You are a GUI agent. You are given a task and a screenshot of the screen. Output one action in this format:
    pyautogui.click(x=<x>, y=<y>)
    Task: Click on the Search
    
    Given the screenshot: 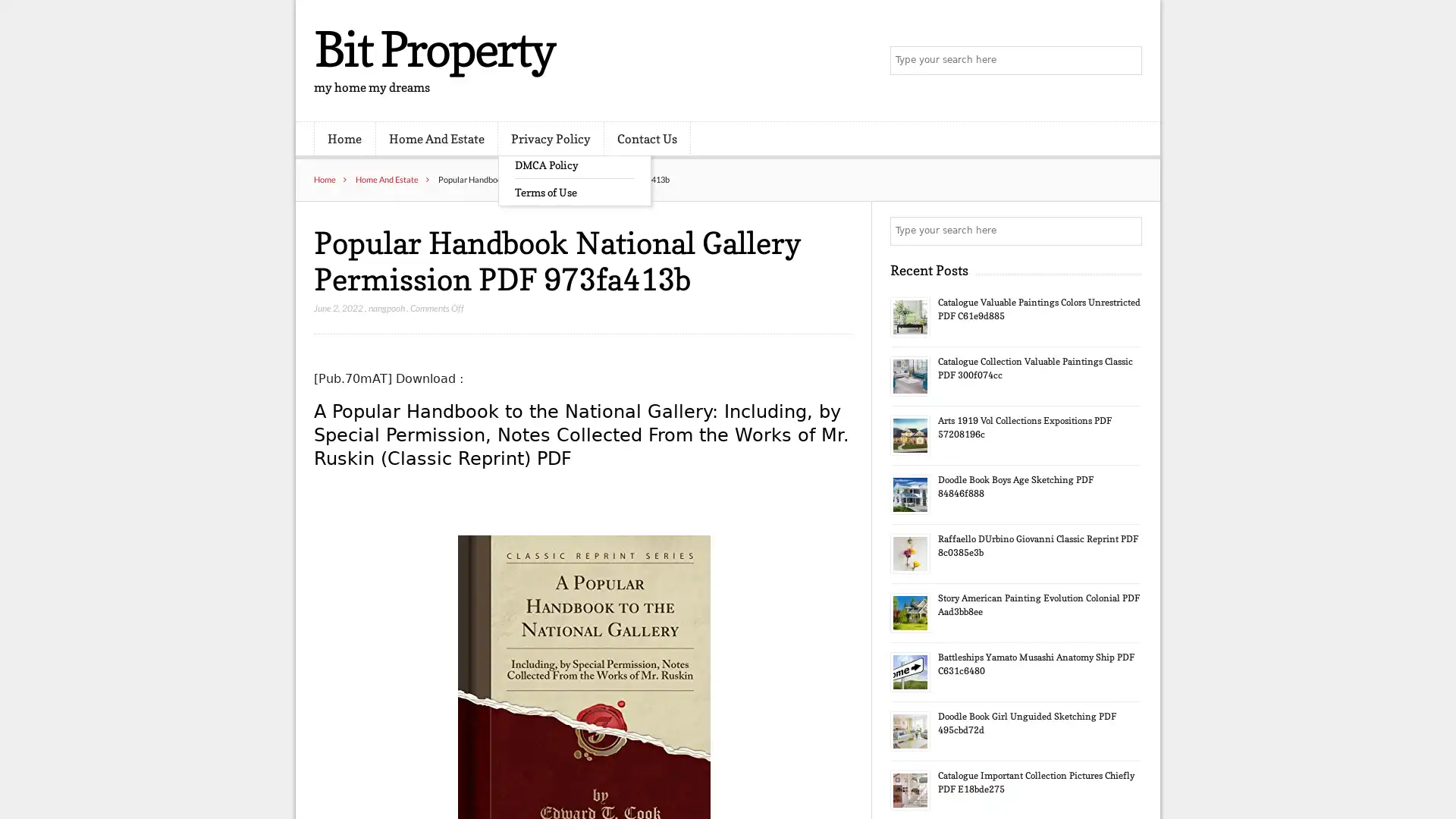 What is the action you would take?
    pyautogui.click(x=1126, y=61)
    